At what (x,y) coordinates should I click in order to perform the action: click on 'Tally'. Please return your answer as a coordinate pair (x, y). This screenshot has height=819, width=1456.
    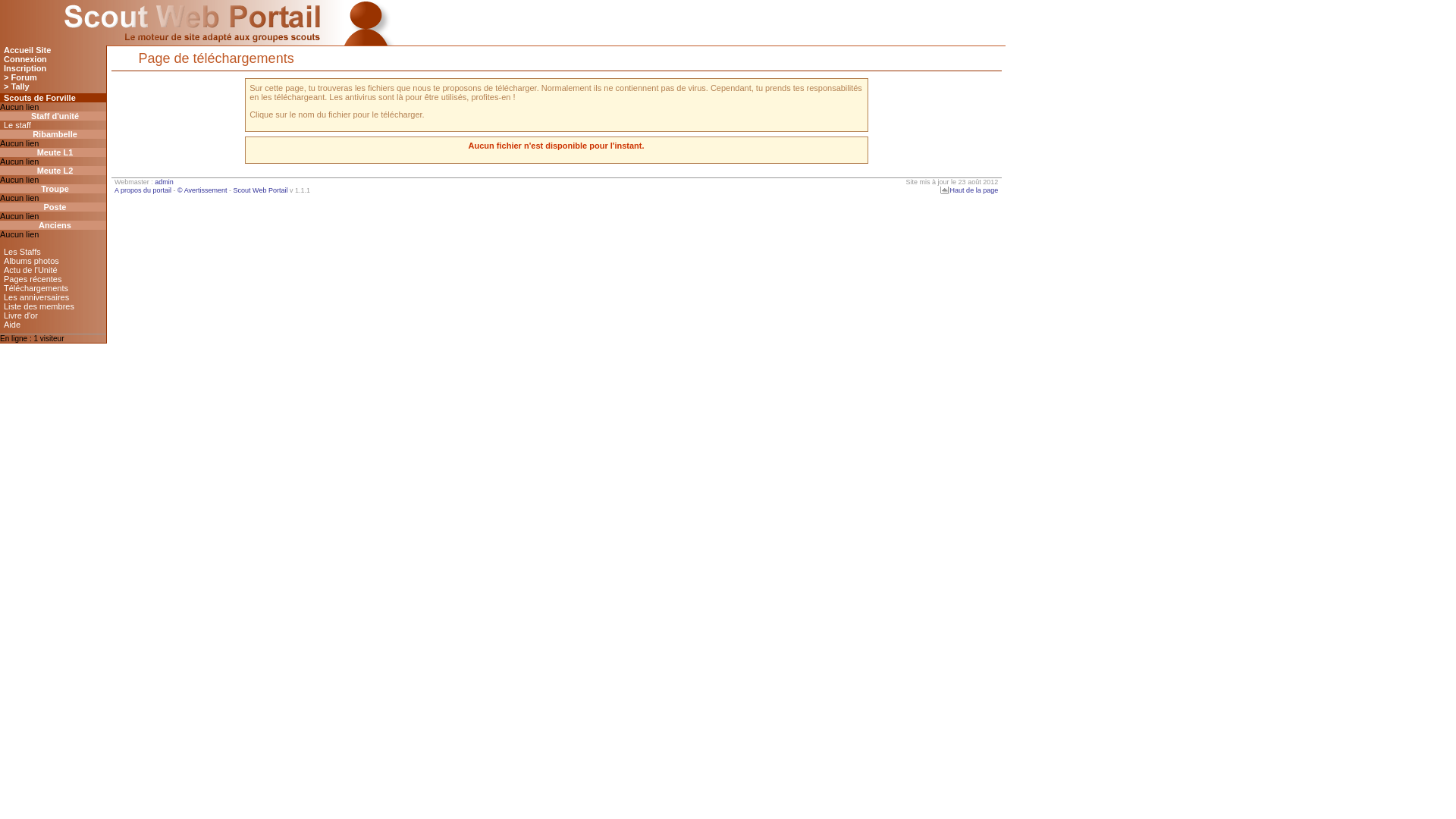
    Looking at the image, I should click on (0, 86).